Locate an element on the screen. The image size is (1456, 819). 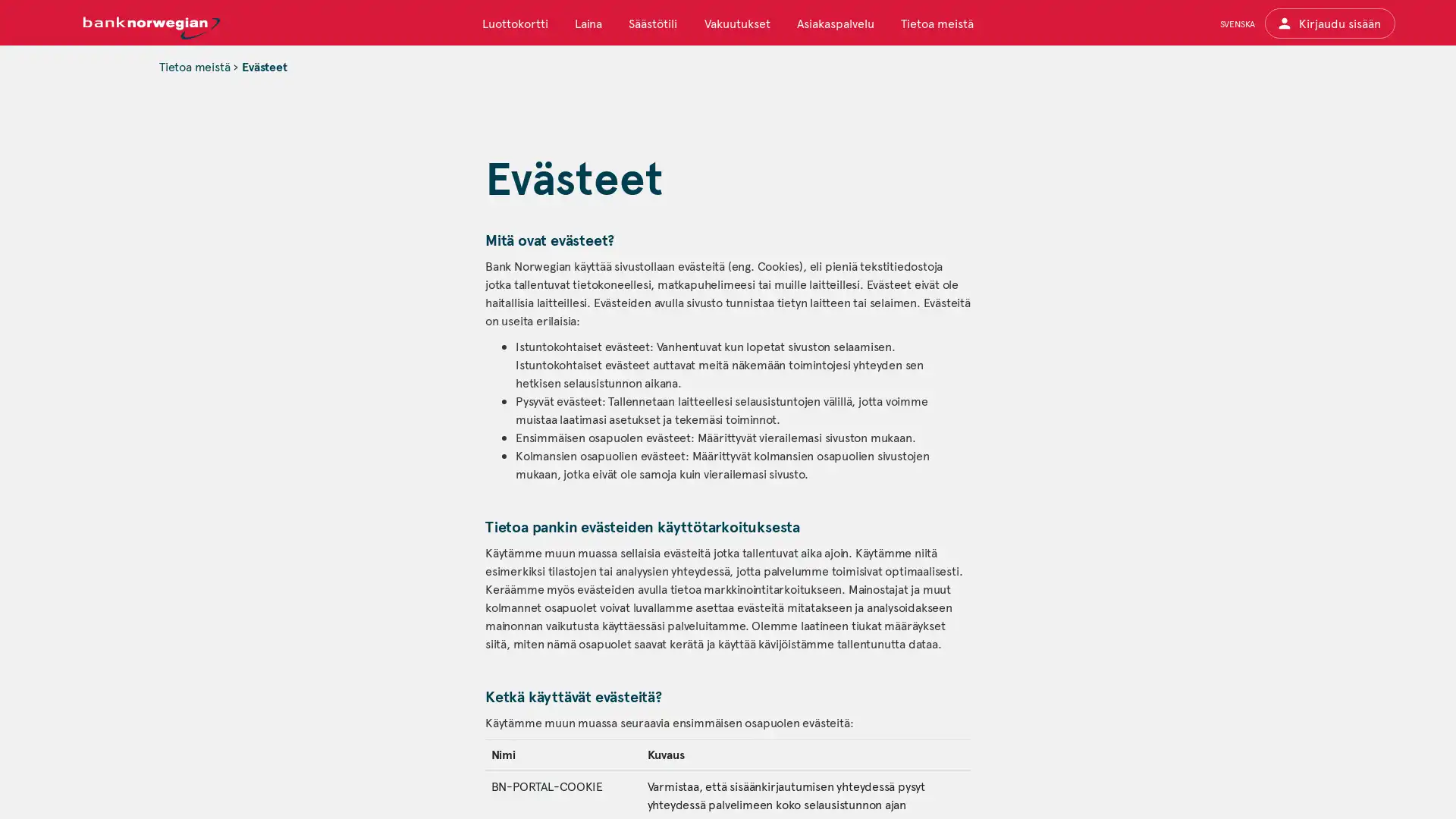
Laina is located at coordinates (588, 23).